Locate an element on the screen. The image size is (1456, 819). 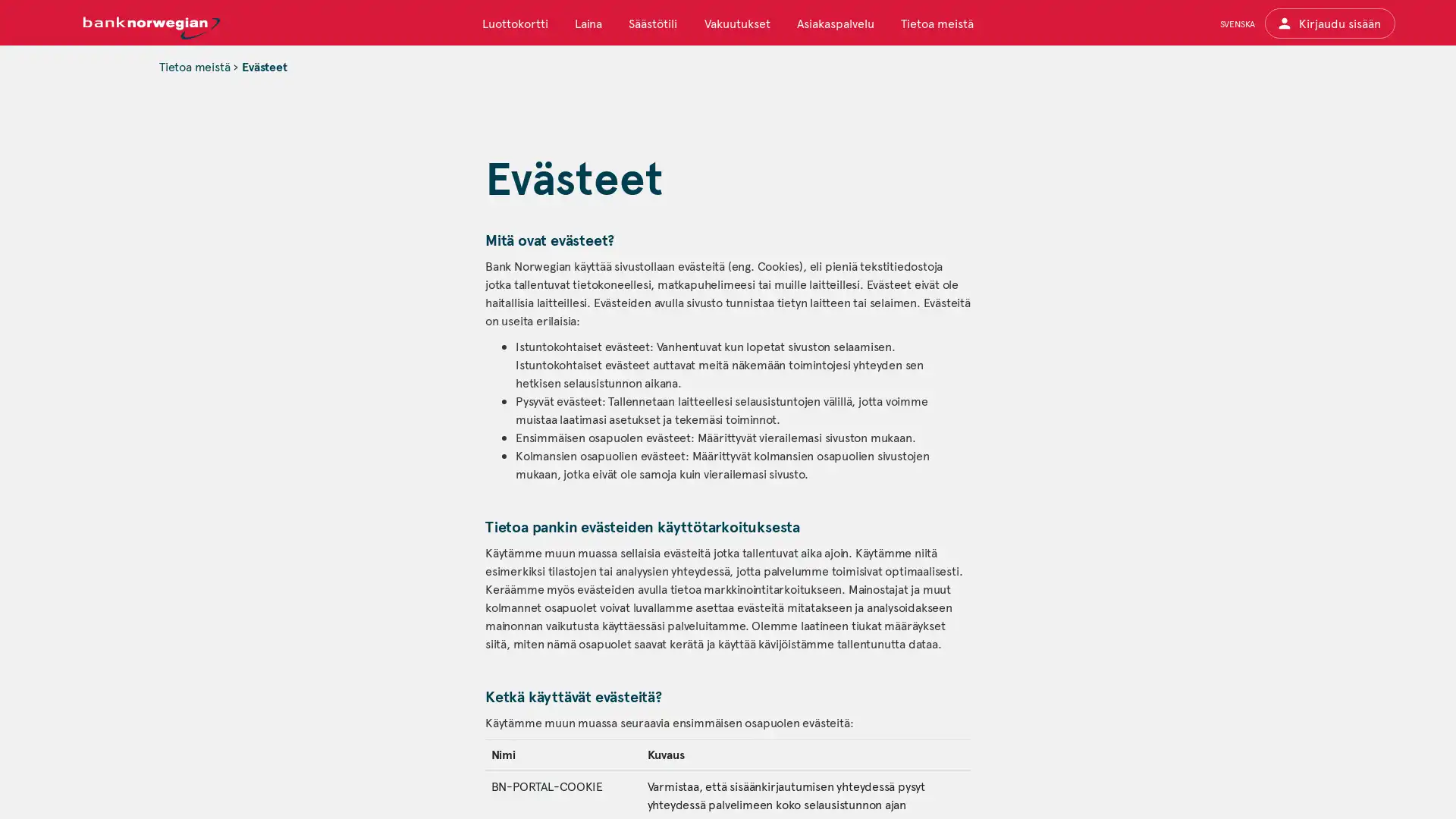
Laina is located at coordinates (588, 23).